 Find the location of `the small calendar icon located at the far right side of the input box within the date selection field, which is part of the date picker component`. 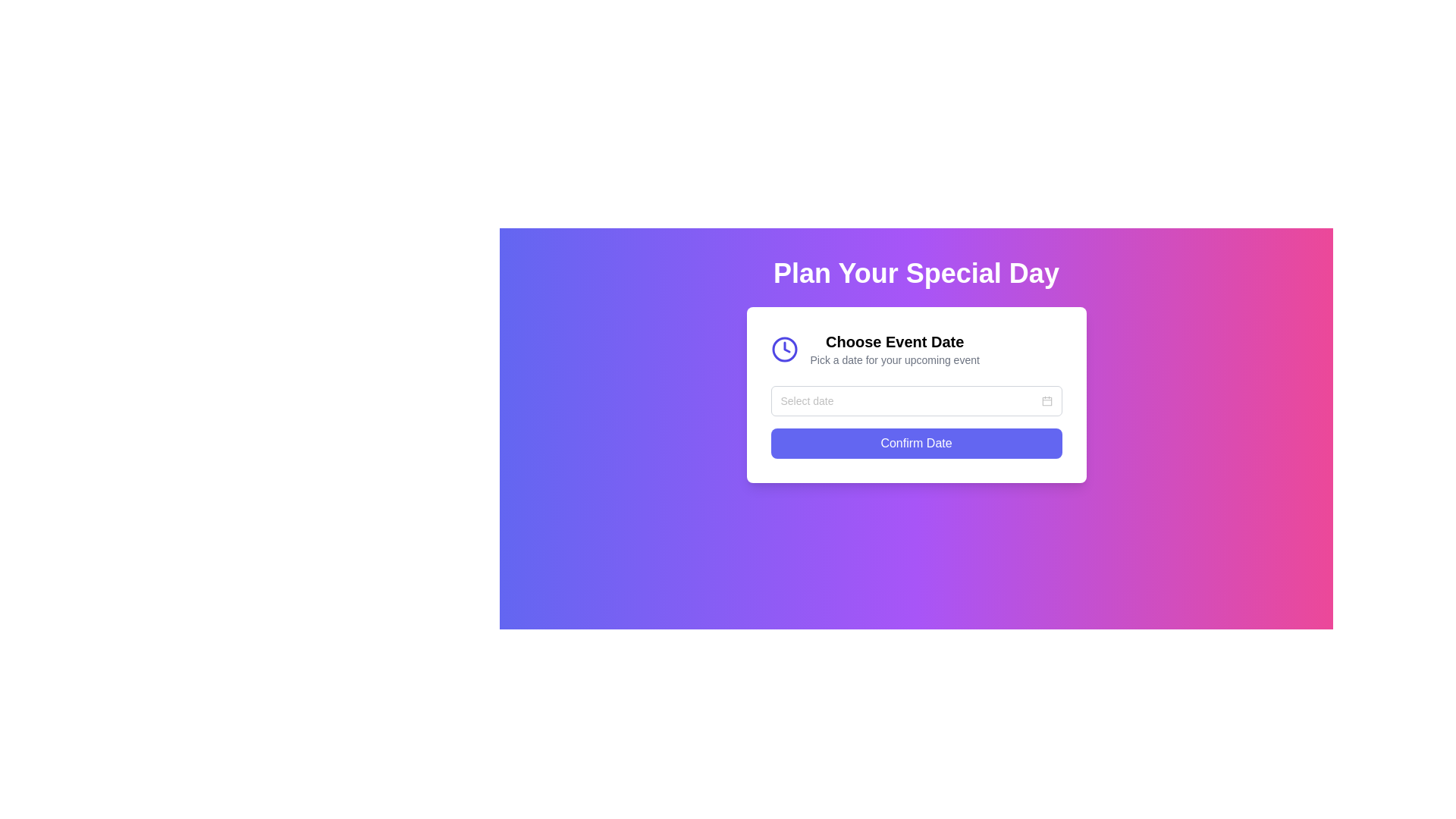

the small calendar icon located at the far right side of the input box within the date selection field, which is part of the date picker component is located at coordinates (1046, 400).